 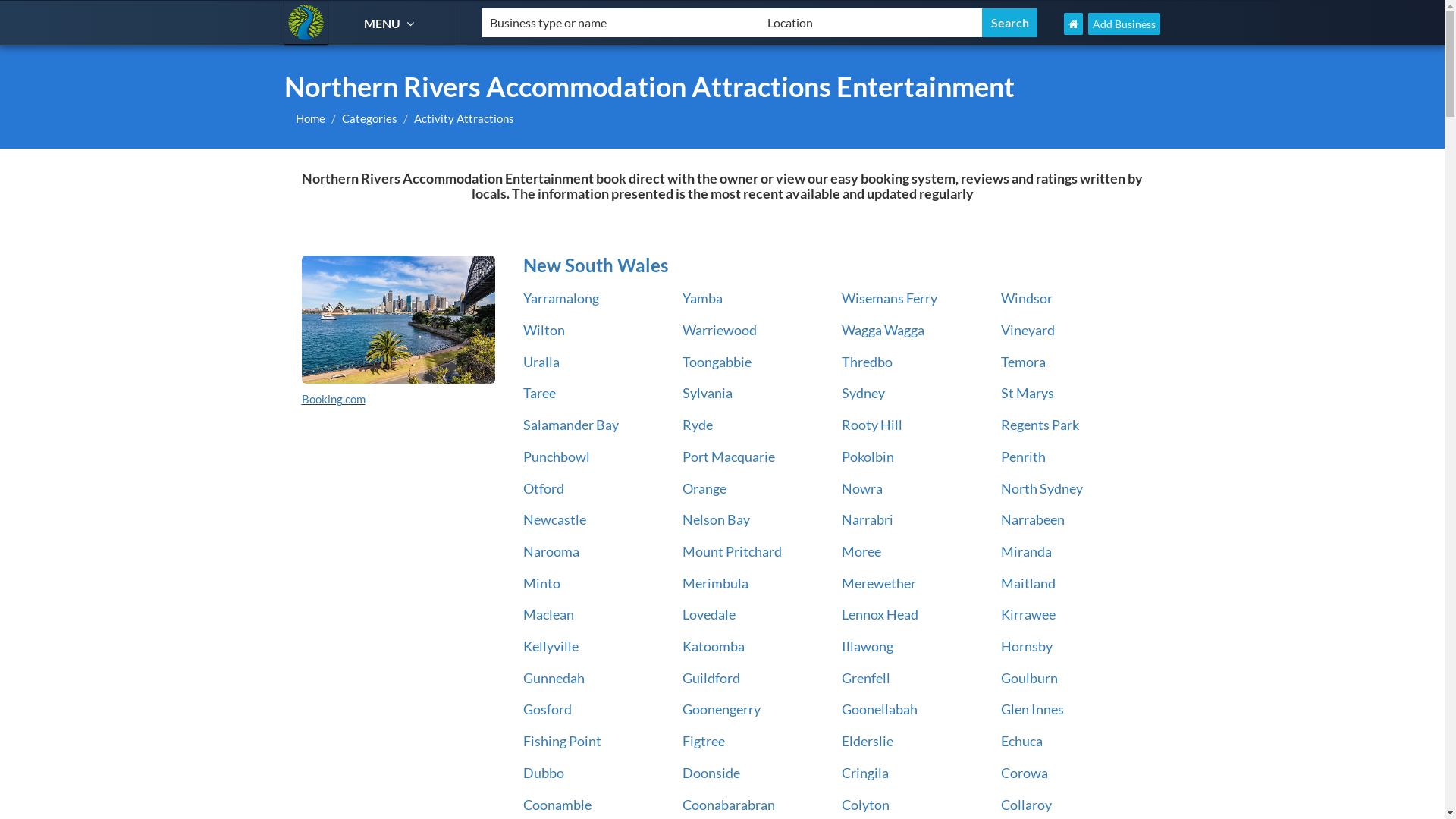 I want to click on 'Illawong', so click(x=840, y=646).